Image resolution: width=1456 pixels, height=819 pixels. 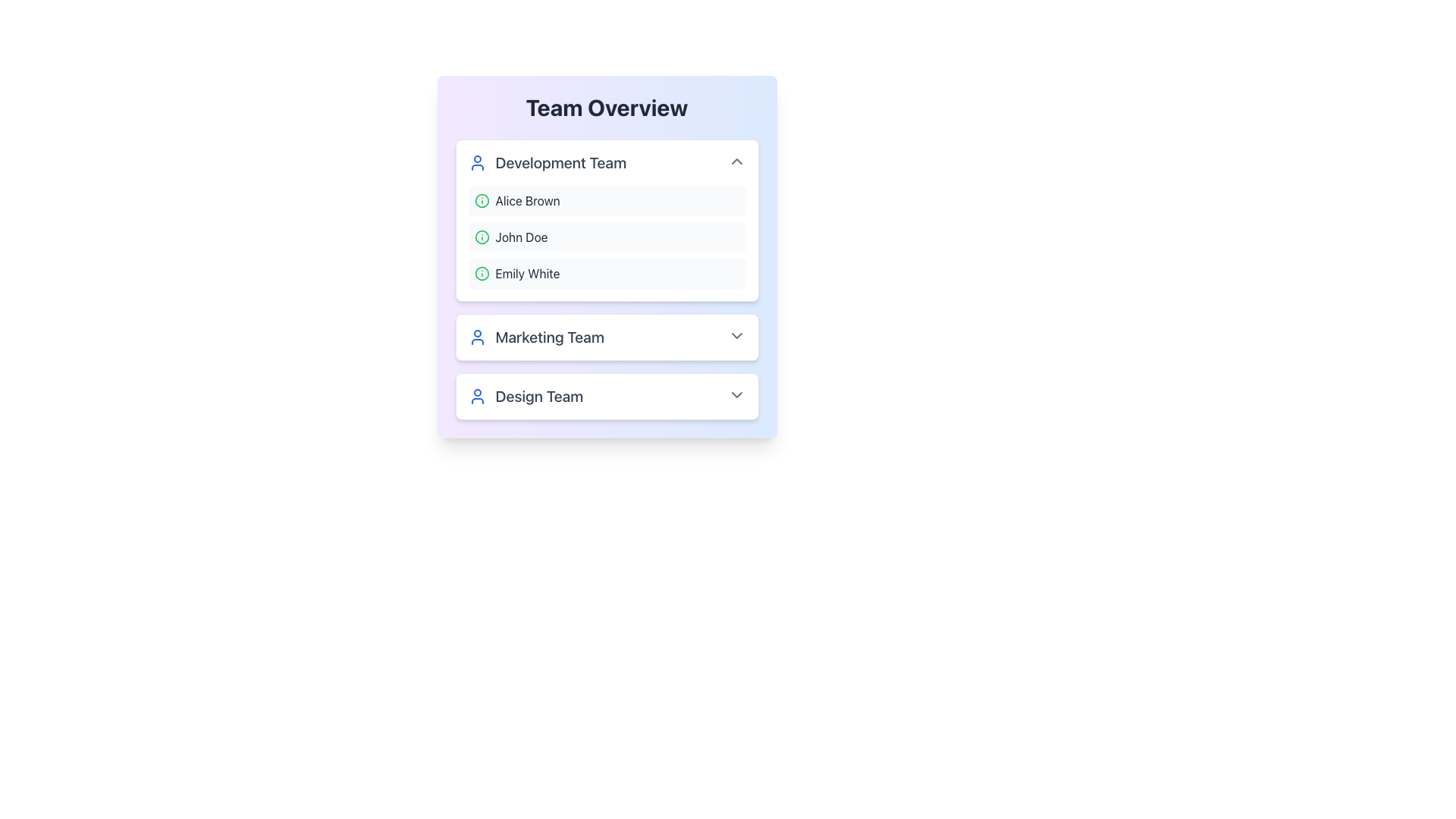 What do you see at coordinates (481, 237) in the screenshot?
I see `the circular status indicator with a green border next to 'John Doe'` at bounding box center [481, 237].